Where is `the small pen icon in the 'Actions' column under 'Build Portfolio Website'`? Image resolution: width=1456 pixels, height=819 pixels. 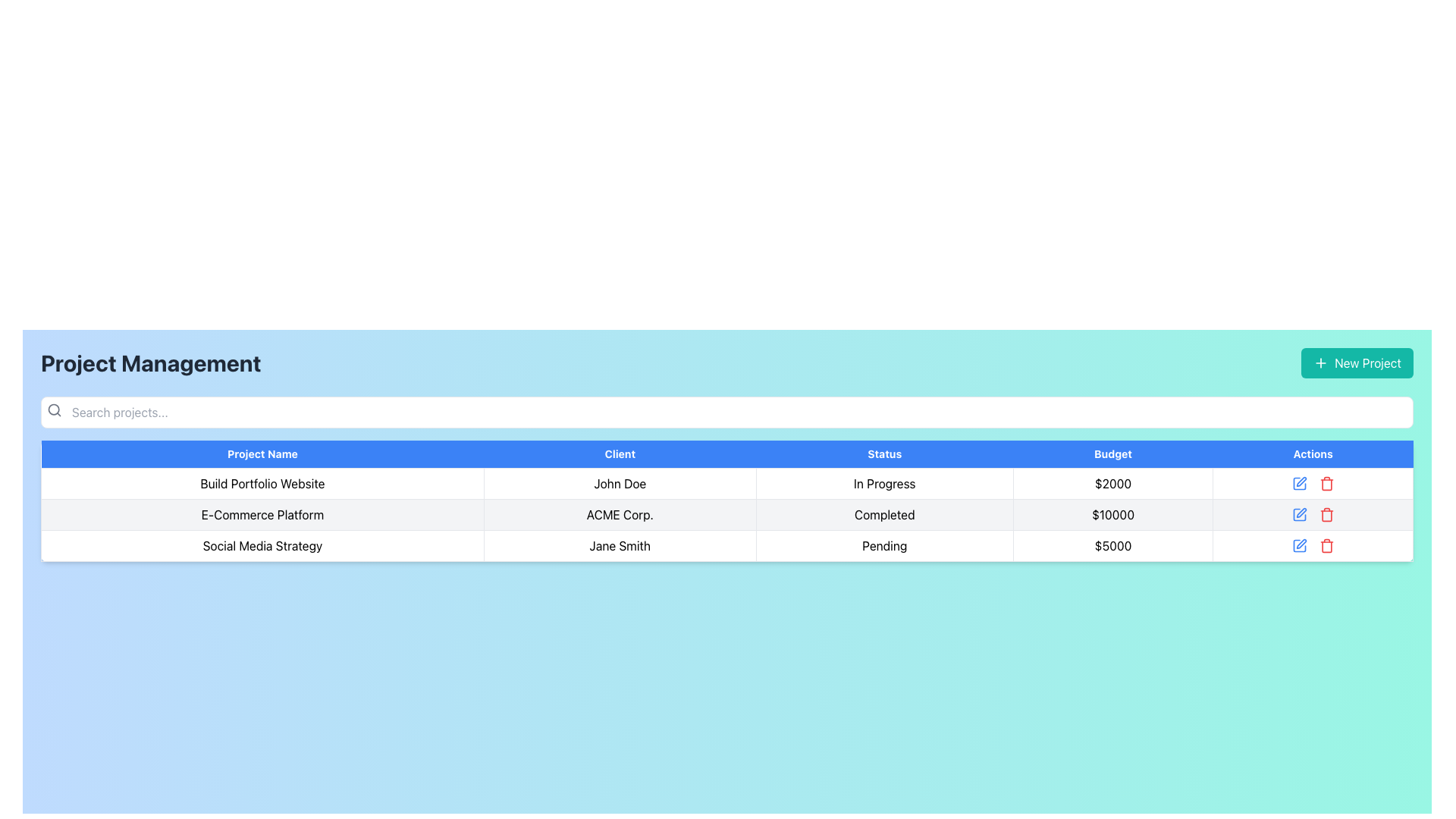 the small pen icon in the 'Actions' column under 'Build Portfolio Website' is located at coordinates (1301, 482).